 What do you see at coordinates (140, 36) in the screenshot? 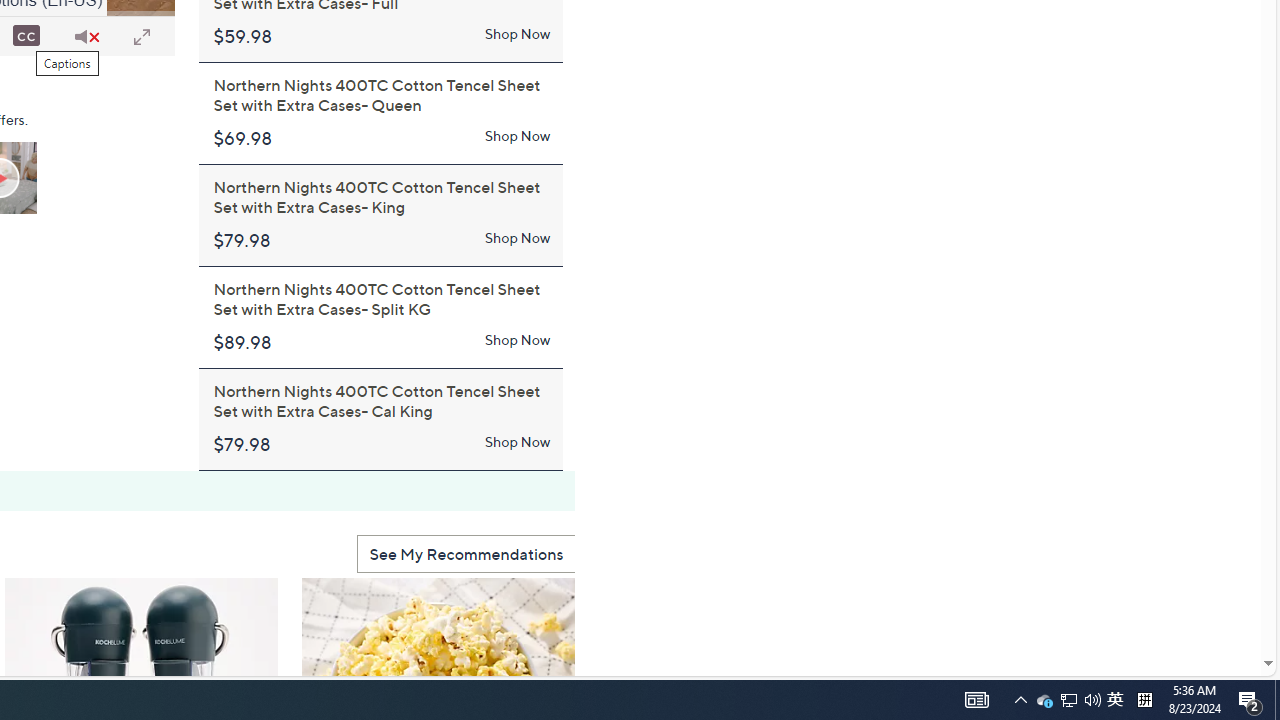
I see `'Full Screen'` at bounding box center [140, 36].